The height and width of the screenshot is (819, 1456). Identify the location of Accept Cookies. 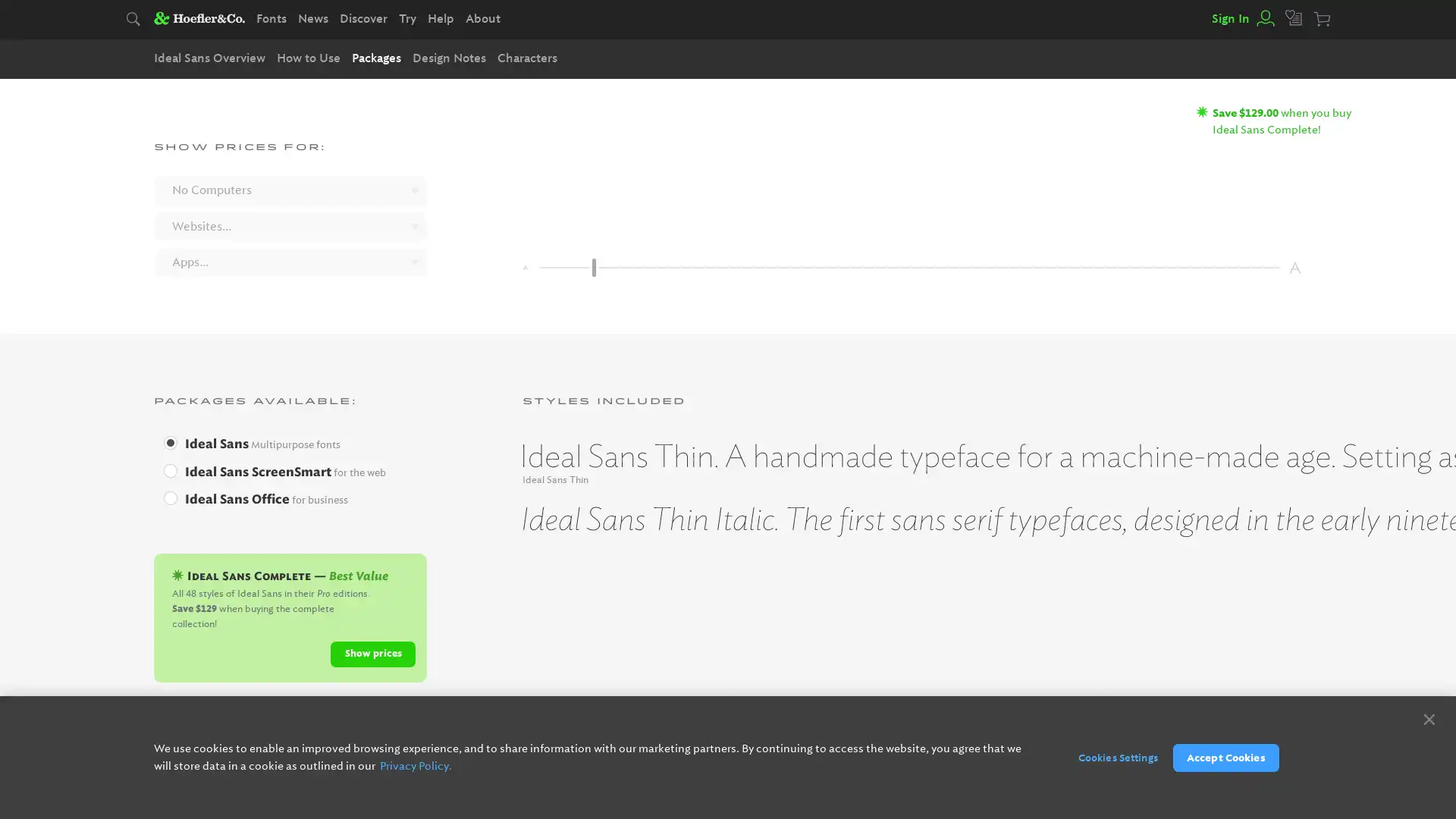
(1225, 757).